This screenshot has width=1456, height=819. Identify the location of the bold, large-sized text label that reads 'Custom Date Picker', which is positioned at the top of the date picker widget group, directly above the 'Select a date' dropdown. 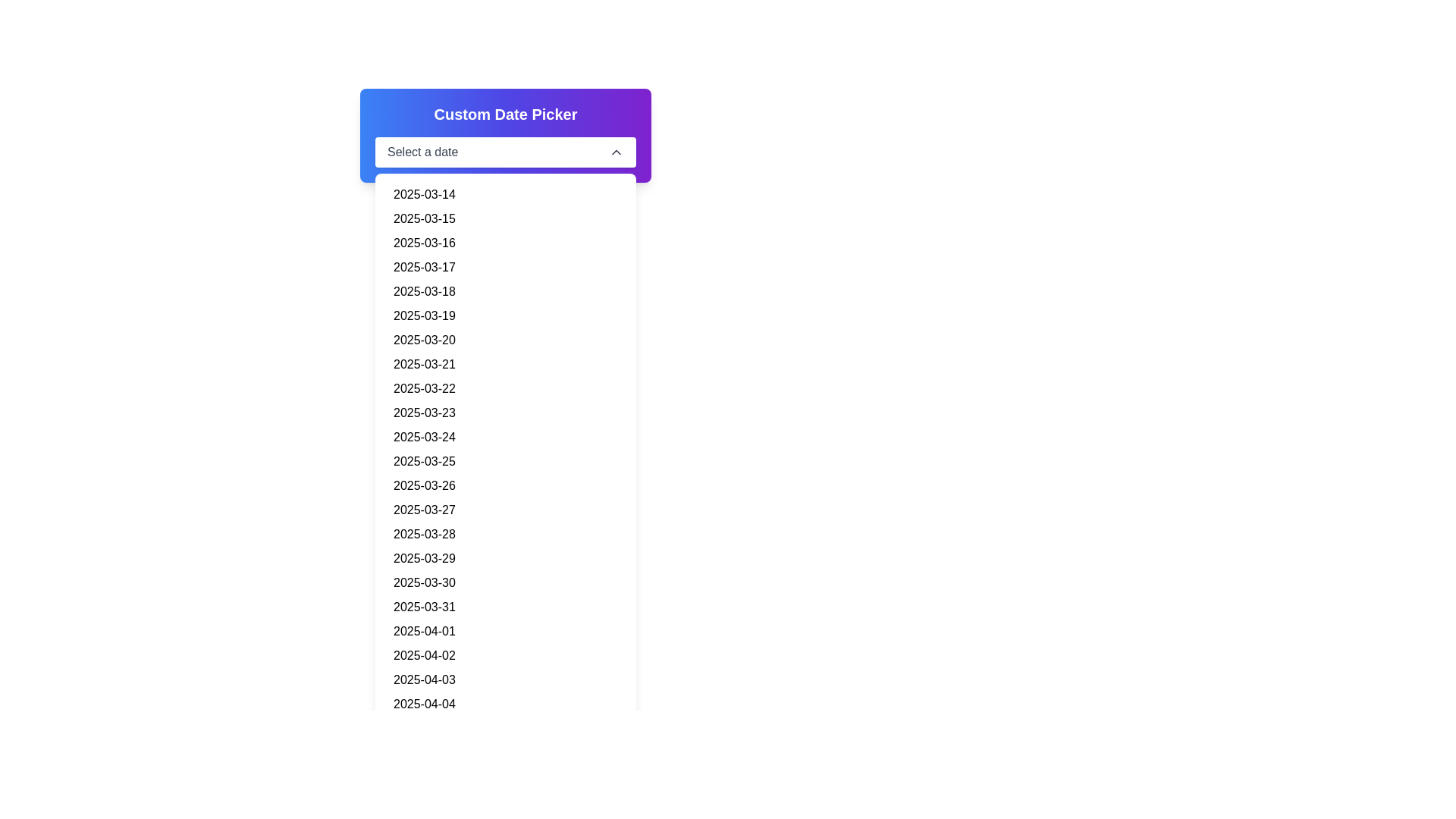
(506, 113).